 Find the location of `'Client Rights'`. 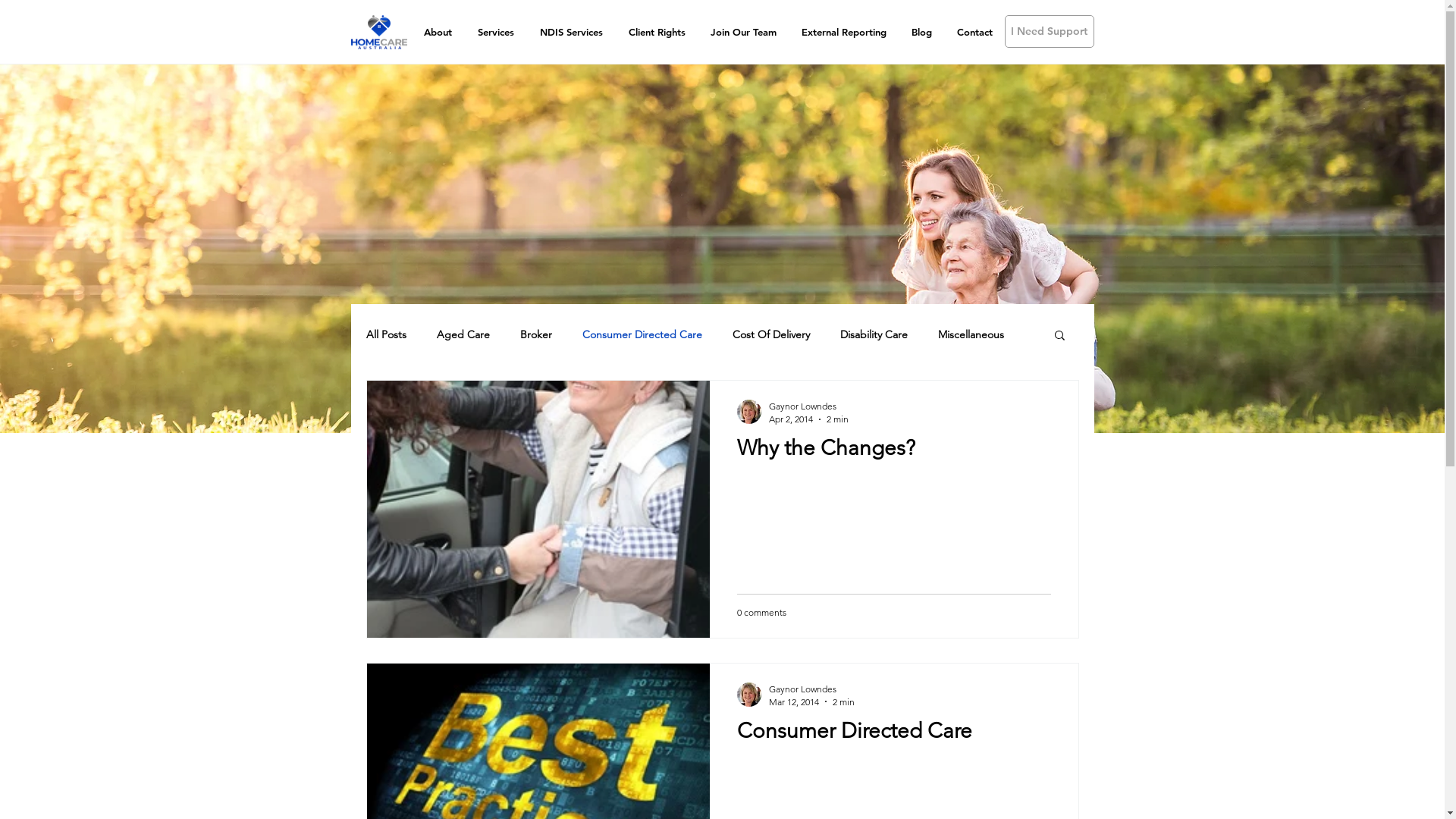

'Client Rights' is located at coordinates (615, 32).